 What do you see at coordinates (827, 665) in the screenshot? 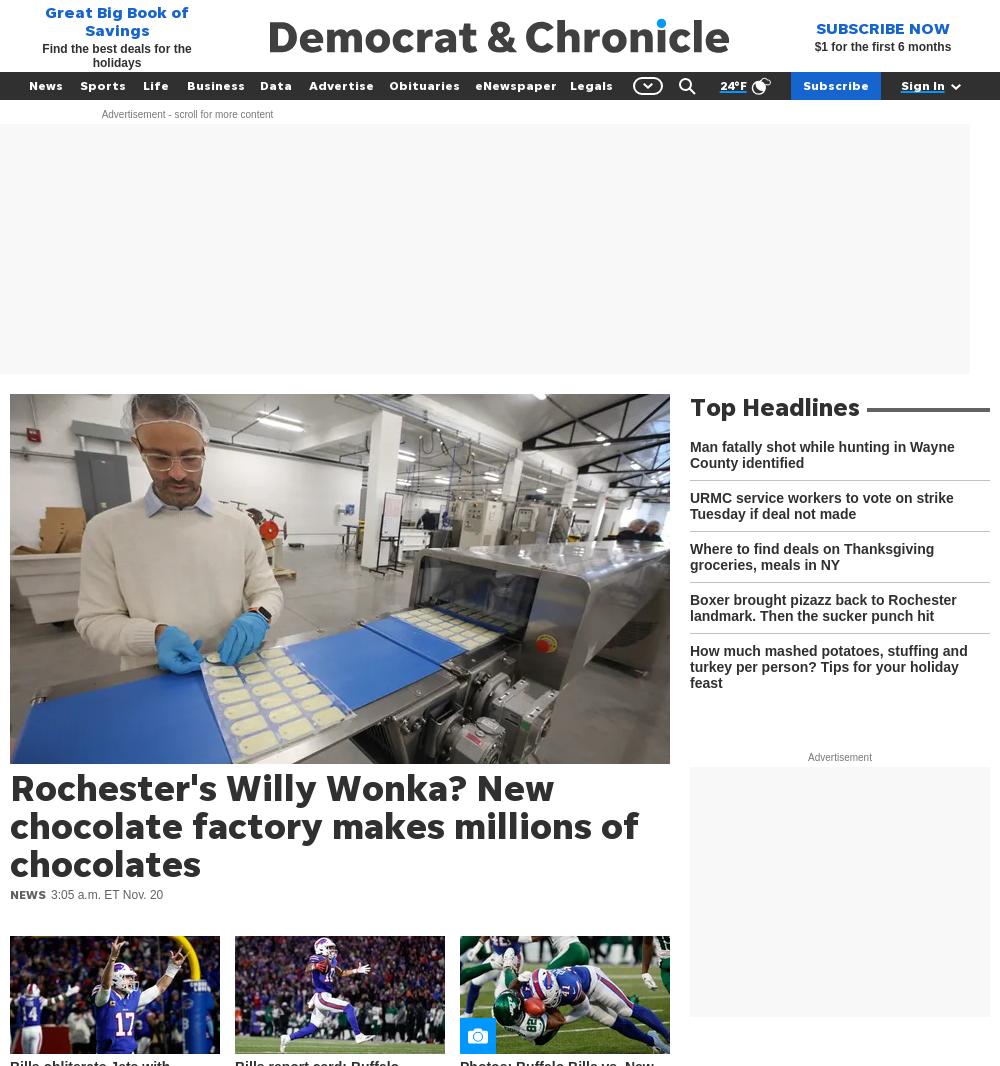
I see `'How much mashed potatoes, stuffing and turkey per person? Tips for your holiday feast'` at bounding box center [827, 665].